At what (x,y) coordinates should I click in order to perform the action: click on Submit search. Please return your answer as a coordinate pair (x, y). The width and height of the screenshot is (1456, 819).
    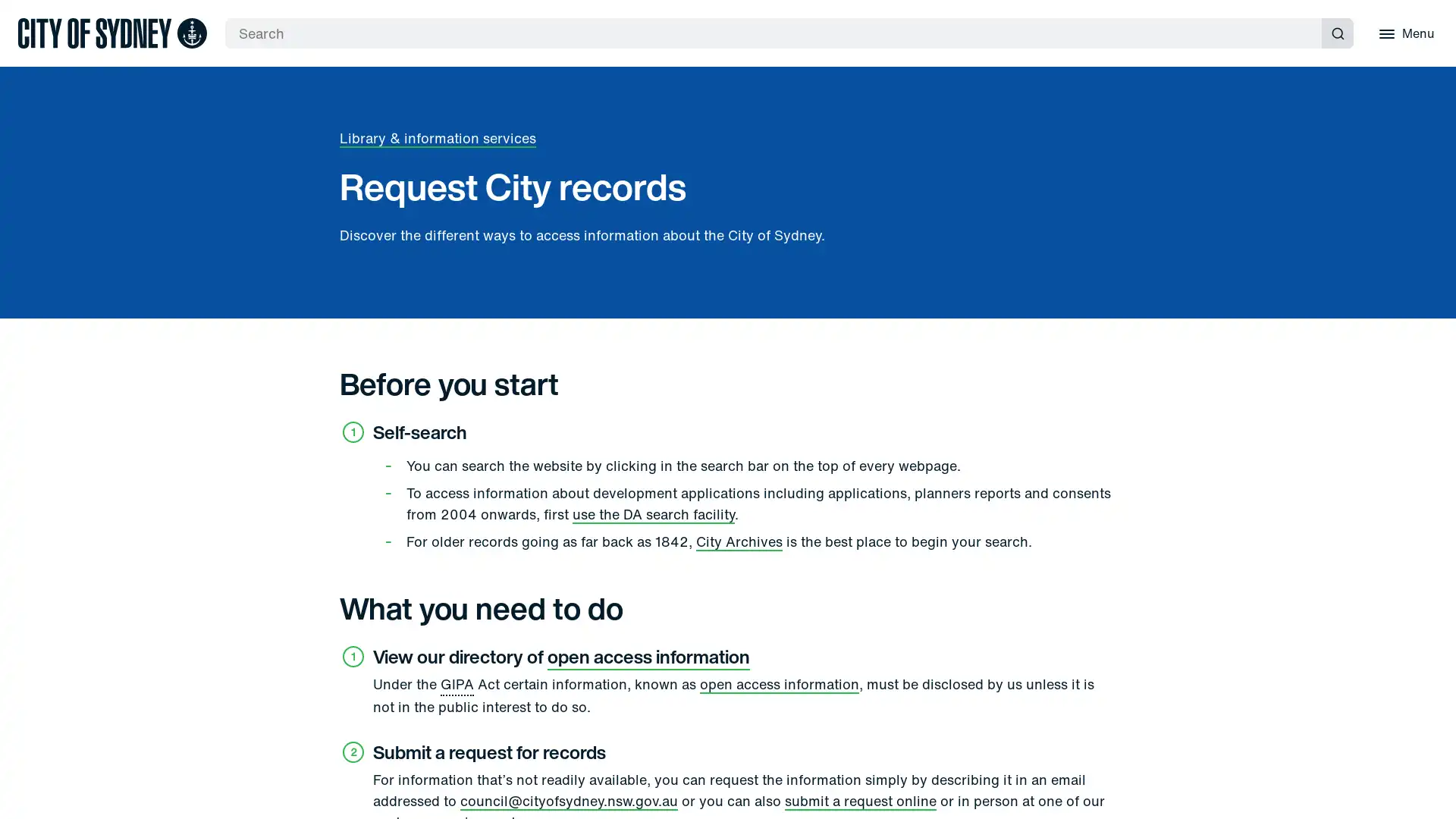
    Looking at the image, I should click on (1337, 33).